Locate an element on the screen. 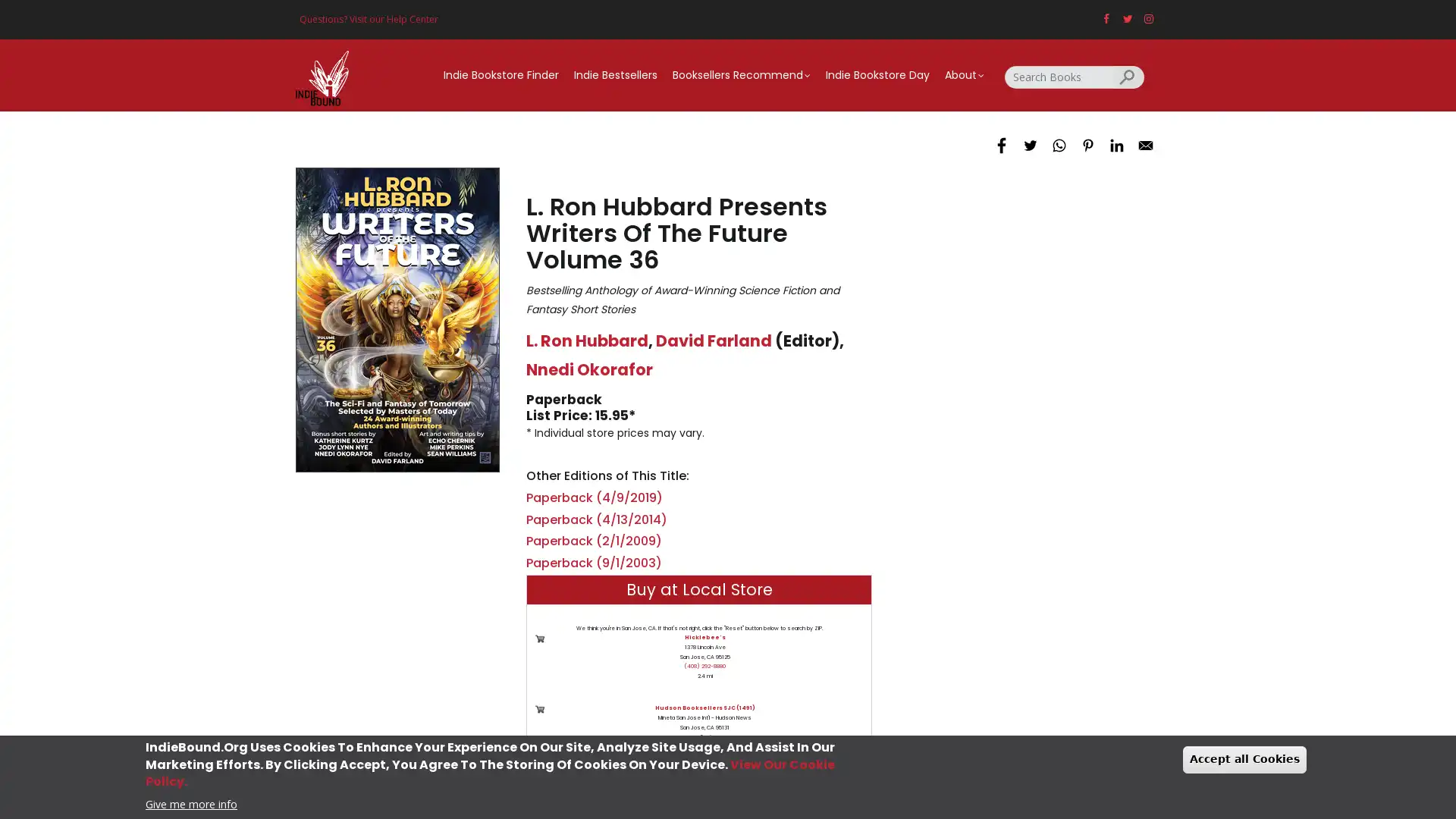 Image resolution: width=1456 pixels, height=819 pixels. Accept all Cookies is located at coordinates (1244, 759).